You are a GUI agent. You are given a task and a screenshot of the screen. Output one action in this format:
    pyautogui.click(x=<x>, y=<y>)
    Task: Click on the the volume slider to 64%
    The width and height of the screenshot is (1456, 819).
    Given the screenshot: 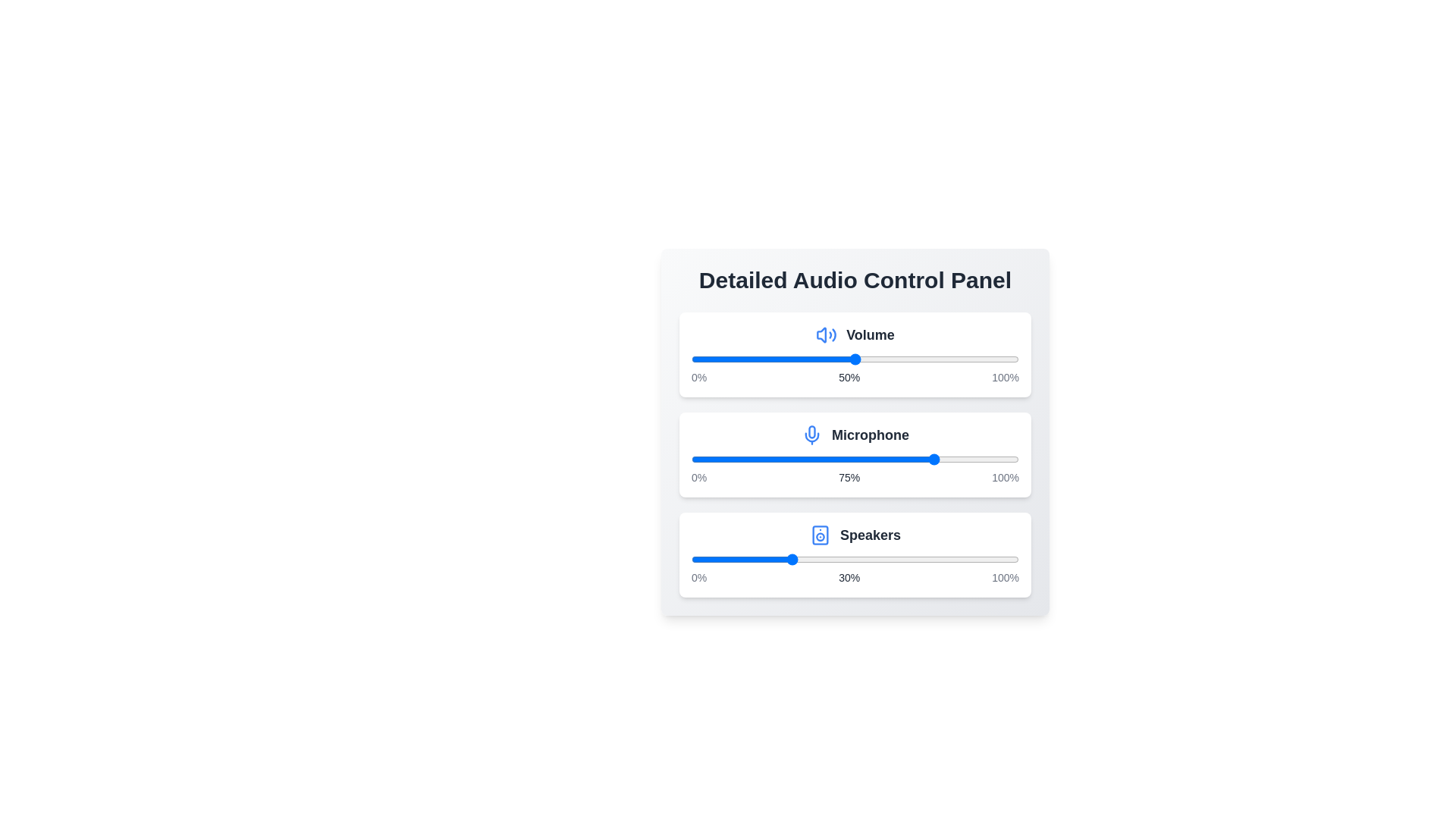 What is the action you would take?
    pyautogui.click(x=901, y=359)
    